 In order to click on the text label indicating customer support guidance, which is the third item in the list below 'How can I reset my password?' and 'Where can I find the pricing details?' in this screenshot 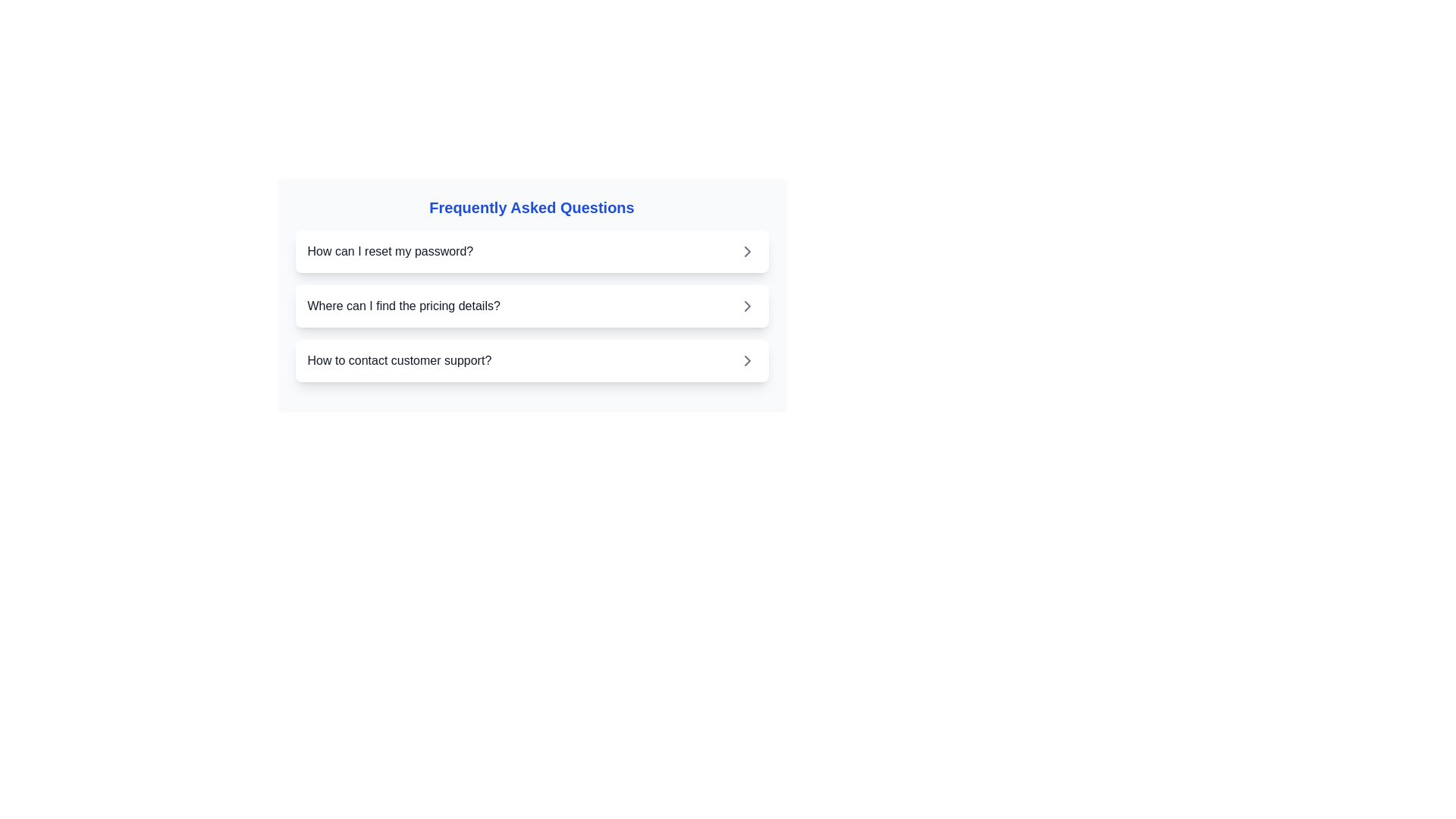, I will do `click(399, 360)`.